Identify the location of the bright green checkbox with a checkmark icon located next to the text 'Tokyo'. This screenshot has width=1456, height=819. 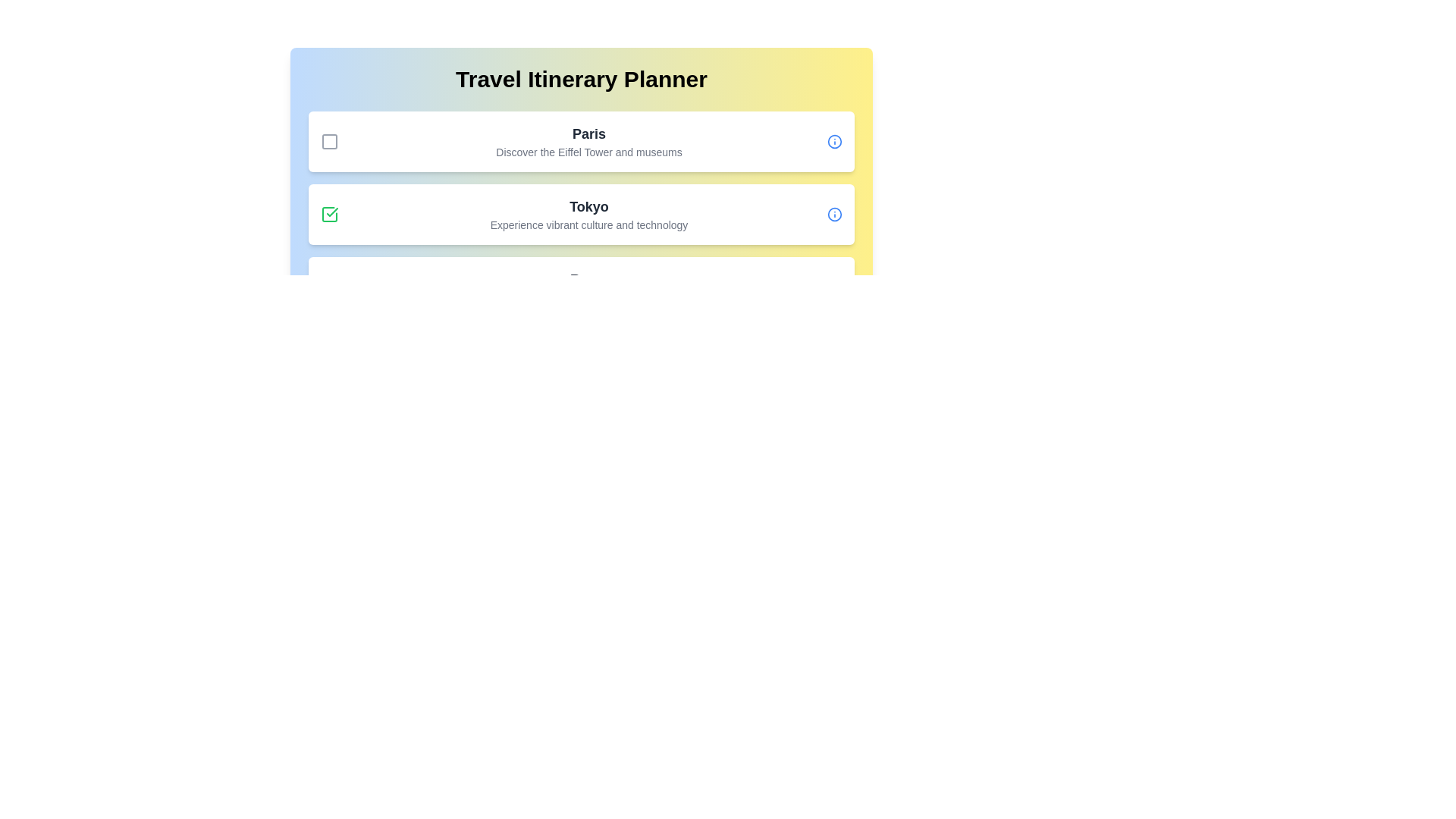
(329, 214).